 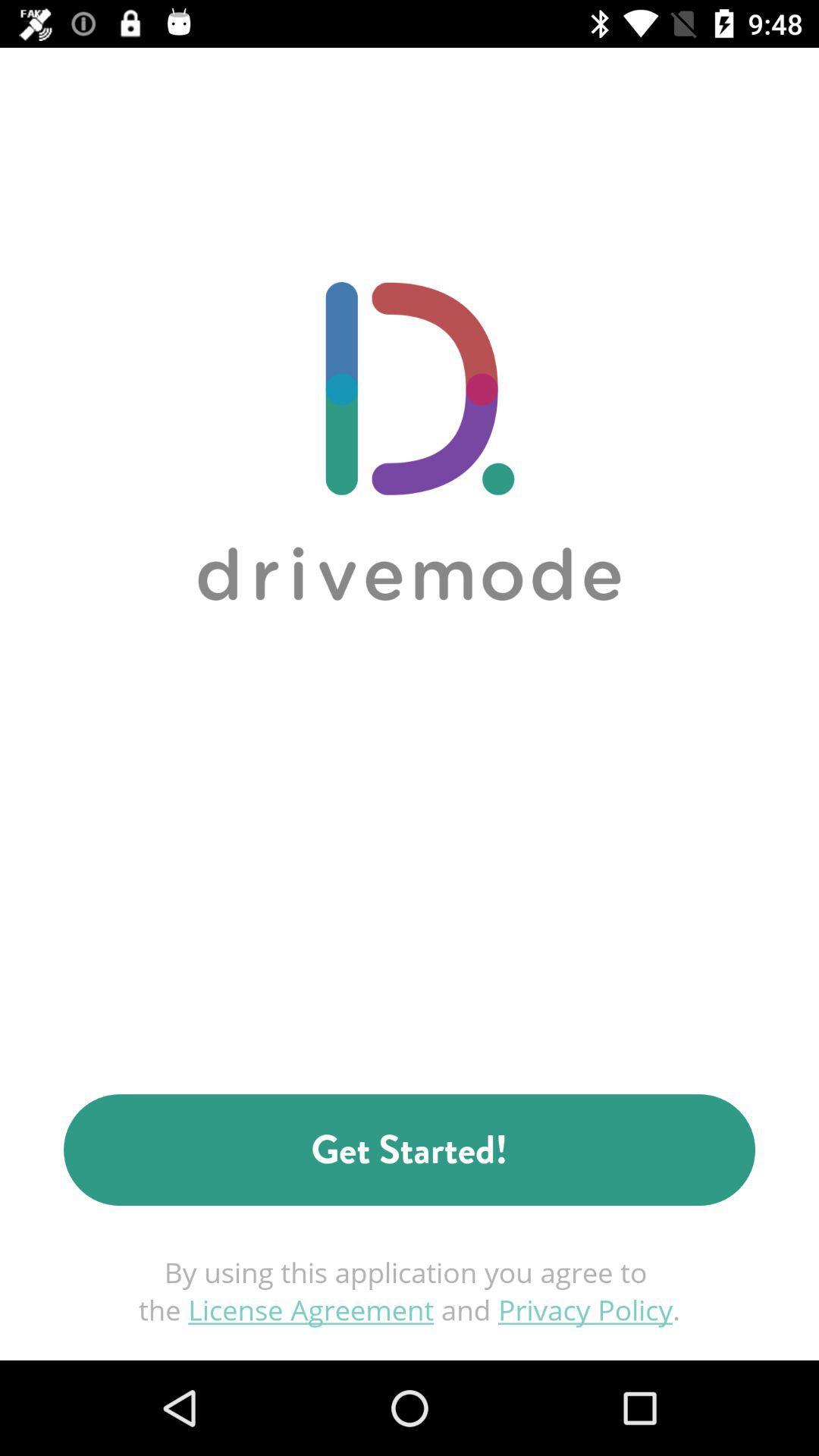 What do you see at coordinates (409, 1150) in the screenshot?
I see `item above by using this` at bounding box center [409, 1150].